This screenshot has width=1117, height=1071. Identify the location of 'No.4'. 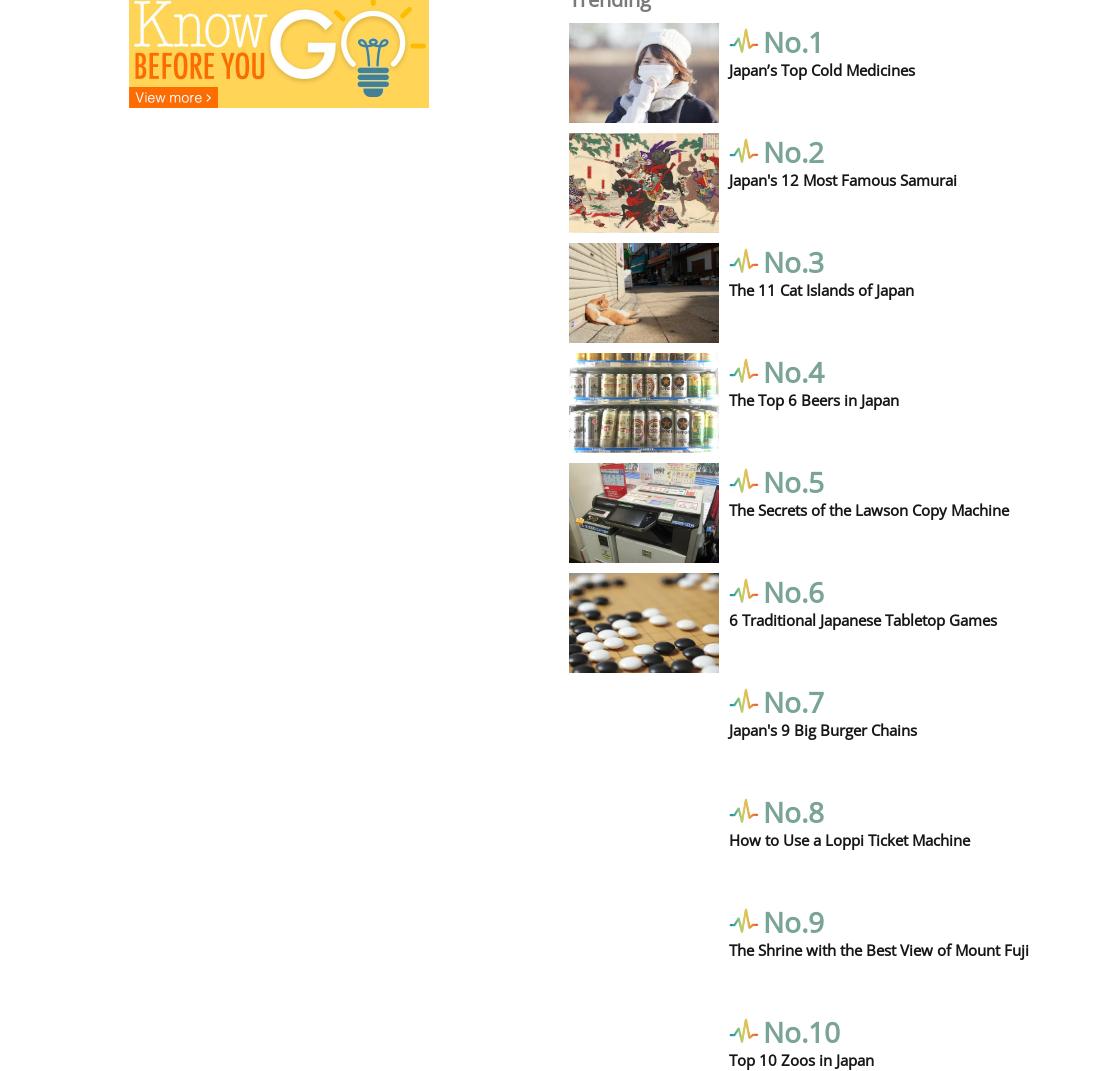
(792, 369).